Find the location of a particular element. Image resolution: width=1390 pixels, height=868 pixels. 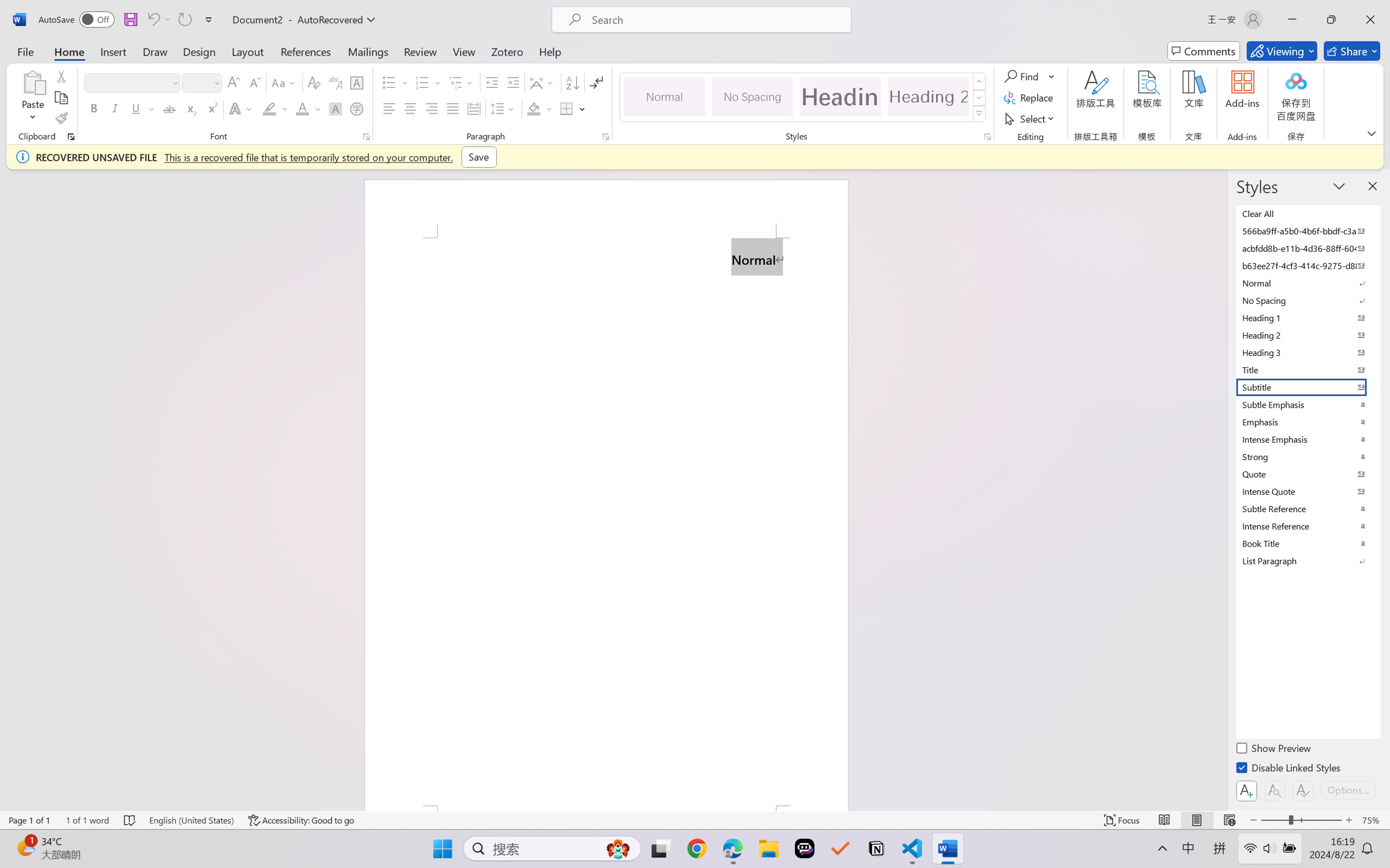

'acbfdd8b-e11b-4d36-88ff-6049b138f862' is located at coordinates (1307, 247).